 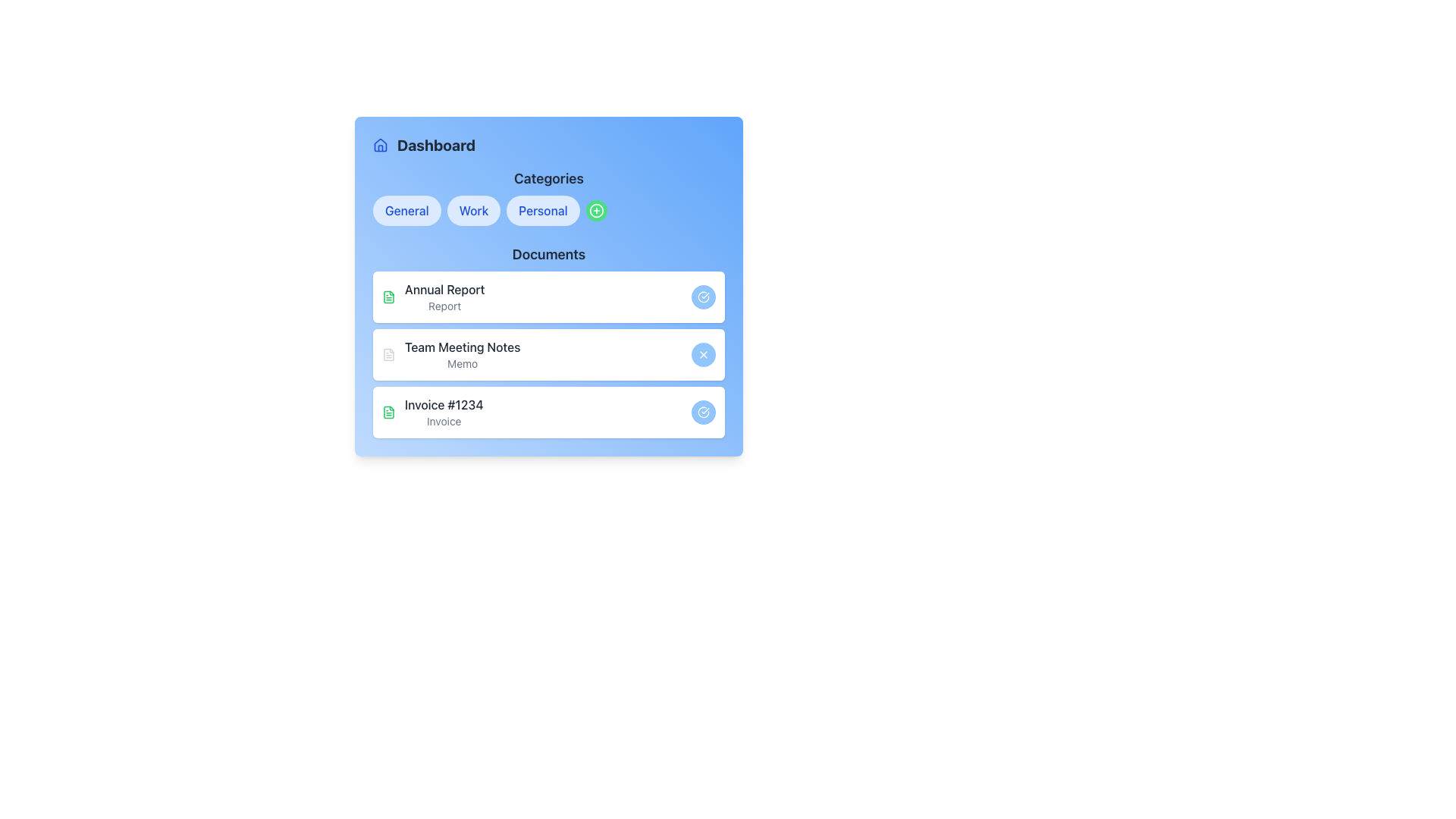 I want to click on the 'X' icon inside the circular button next to the 'Team Meeting Notes' document entry, so click(x=702, y=354).